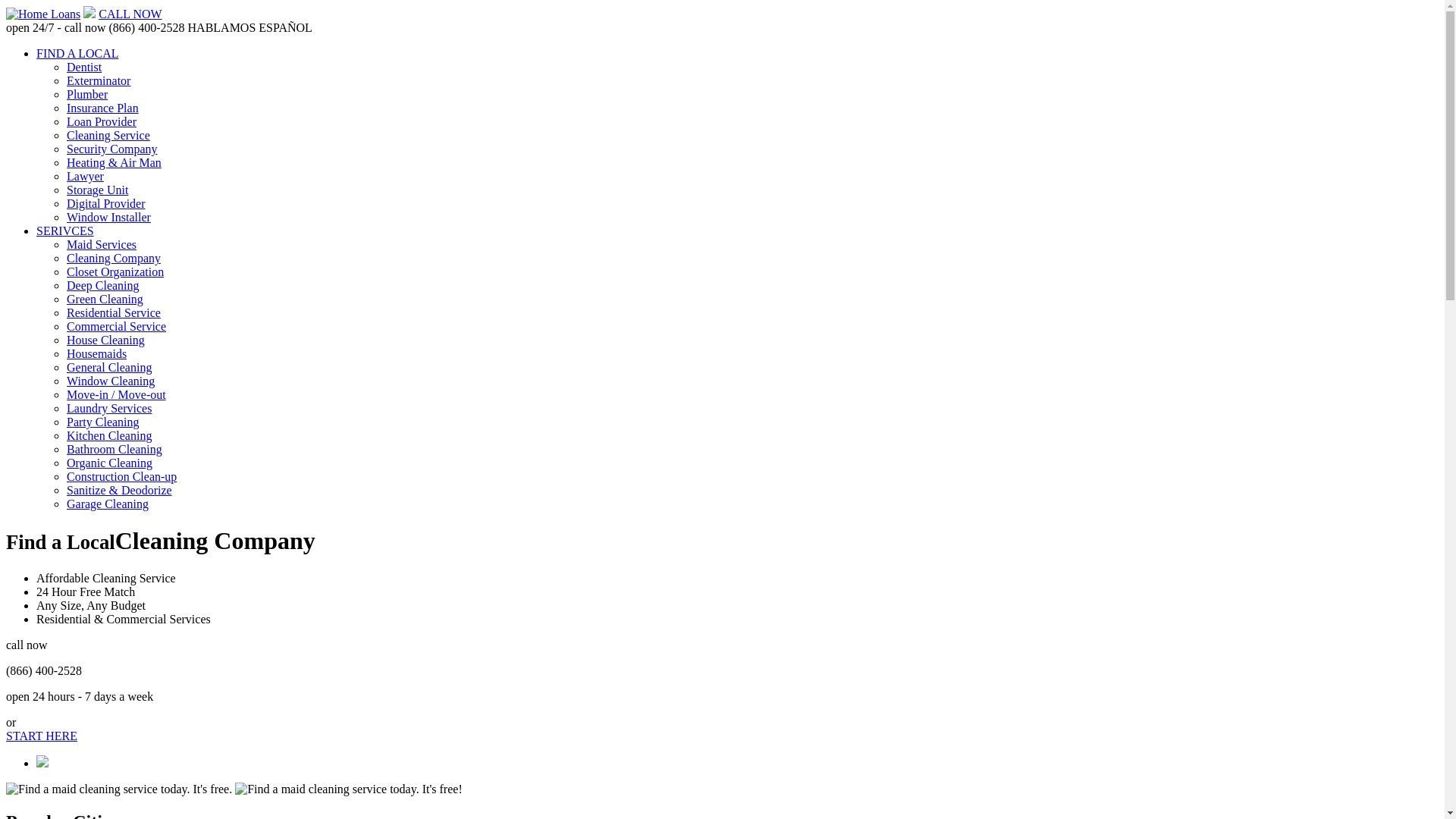  What do you see at coordinates (102, 422) in the screenshot?
I see `'Party Cleaning'` at bounding box center [102, 422].